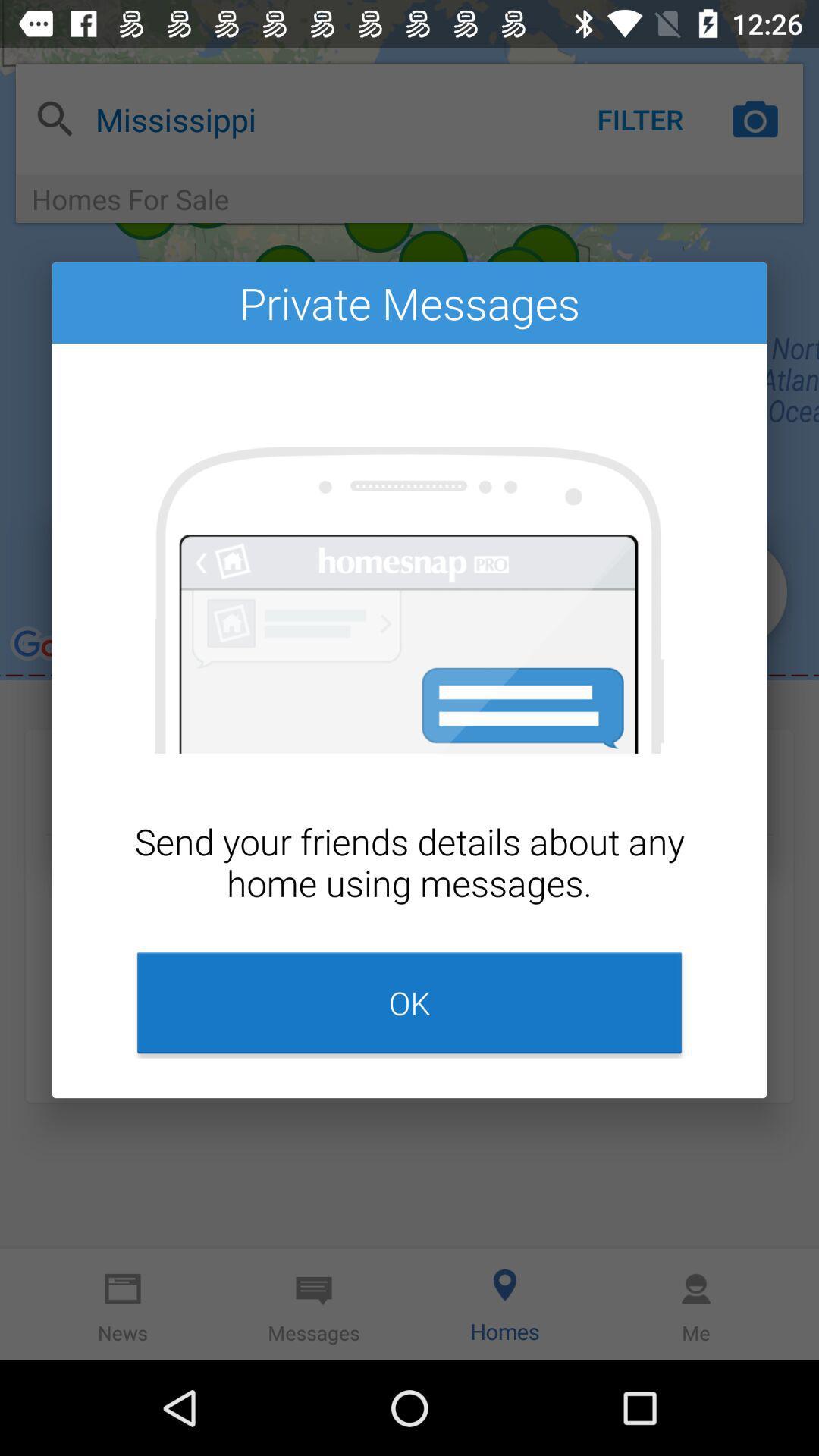 Image resolution: width=819 pixels, height=1456 pixels. I want to click on ok icon, so click(409, 1003).